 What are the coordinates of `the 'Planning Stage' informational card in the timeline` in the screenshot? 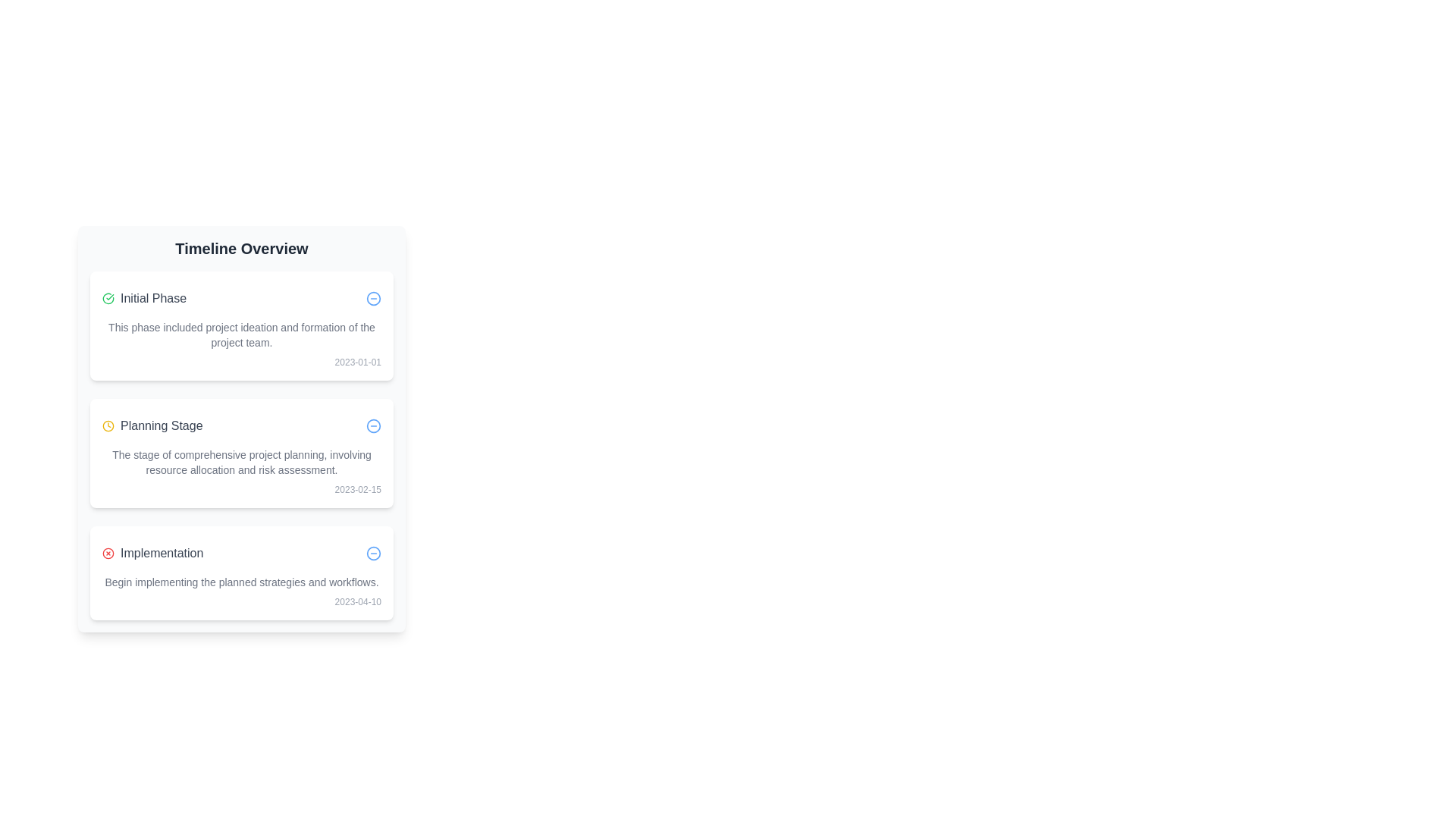 It's located at (240, 452).